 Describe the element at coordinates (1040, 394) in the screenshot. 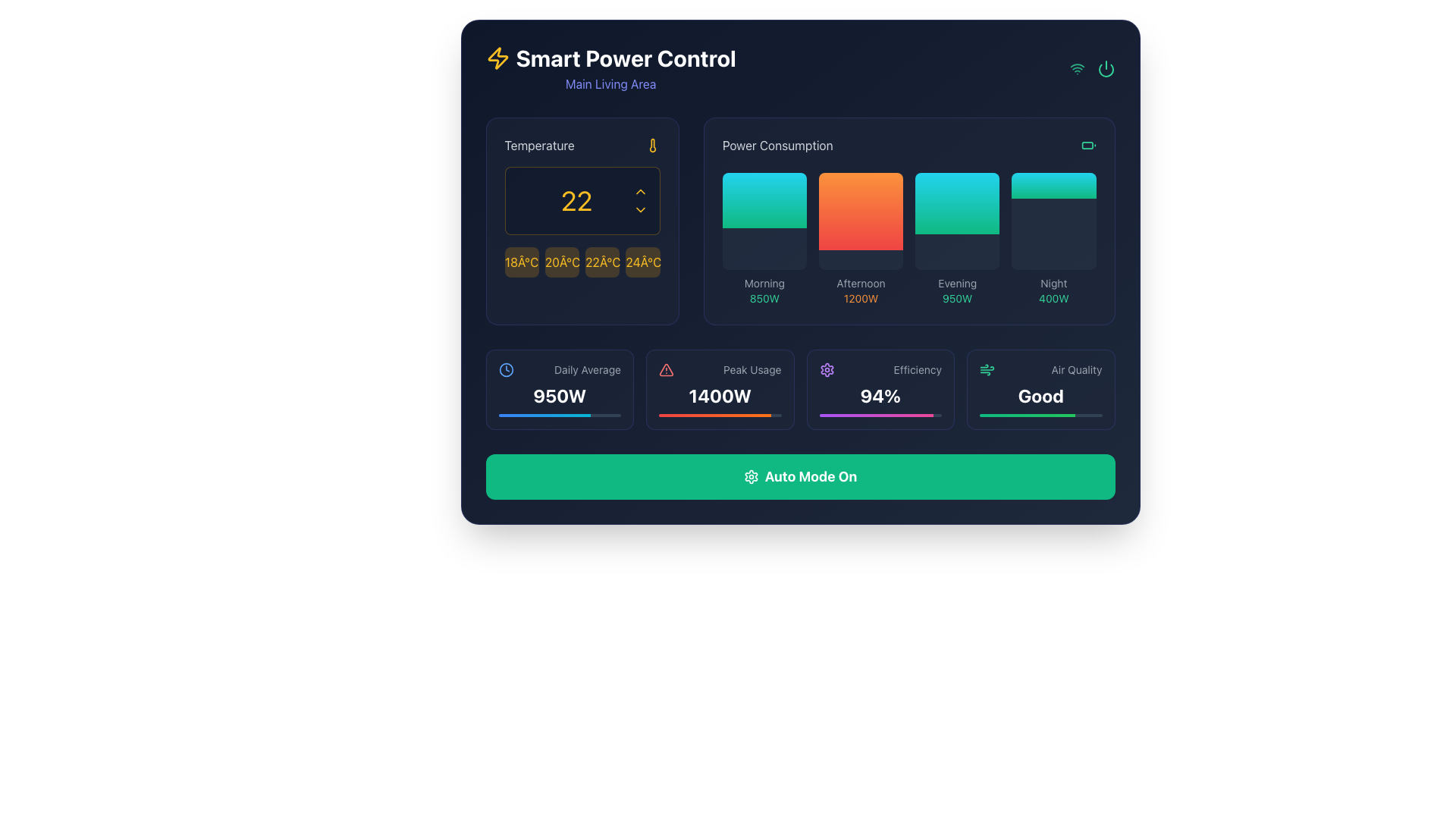

I see `the air quality status text label located in the 'Air Quality' section, positioned below the section label 'Air Quality' and next to a gradient progress bar` at that location.